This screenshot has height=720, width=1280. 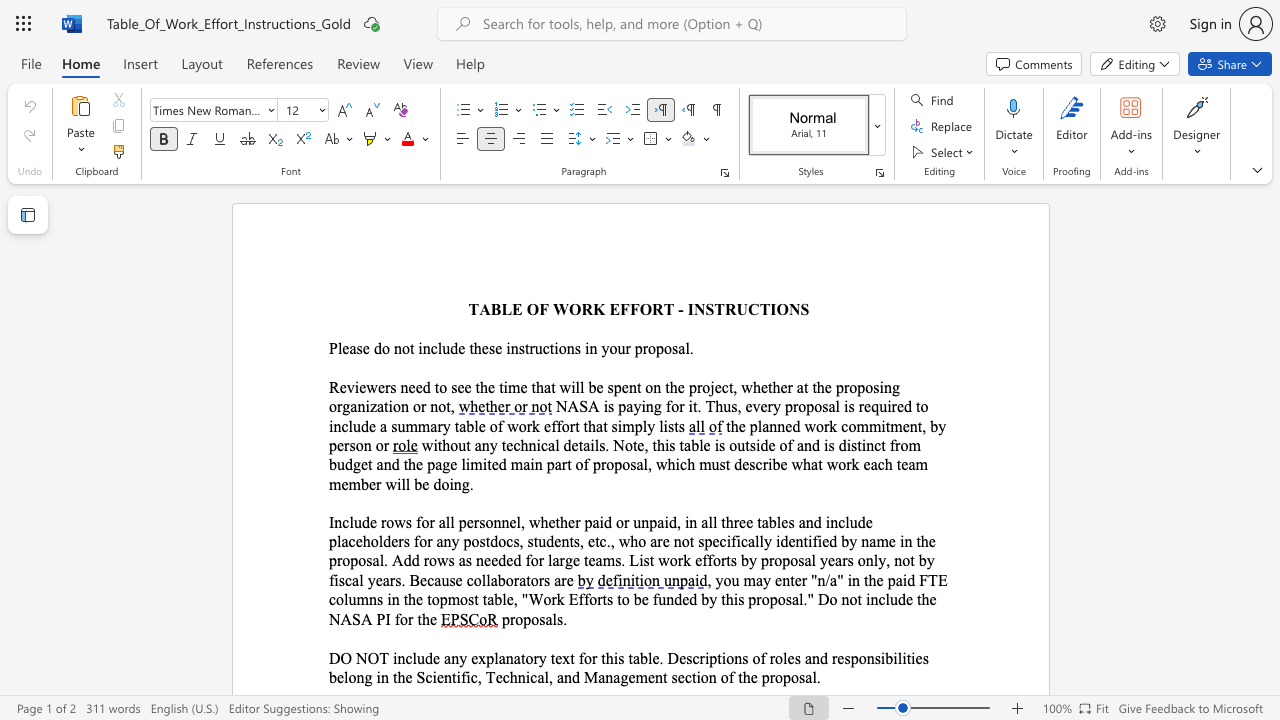 What do you see at coordinates (600, 658) in the screenshot?
I see `the subset text "this table. Descriptions of roles and responsibi" within the text "DO NOT include any explanatory text for this table. Descriptions of roles and responsibilities belong in the Scientific, Technical, and Management section of the proposal."` at bounding box center [600, 658].